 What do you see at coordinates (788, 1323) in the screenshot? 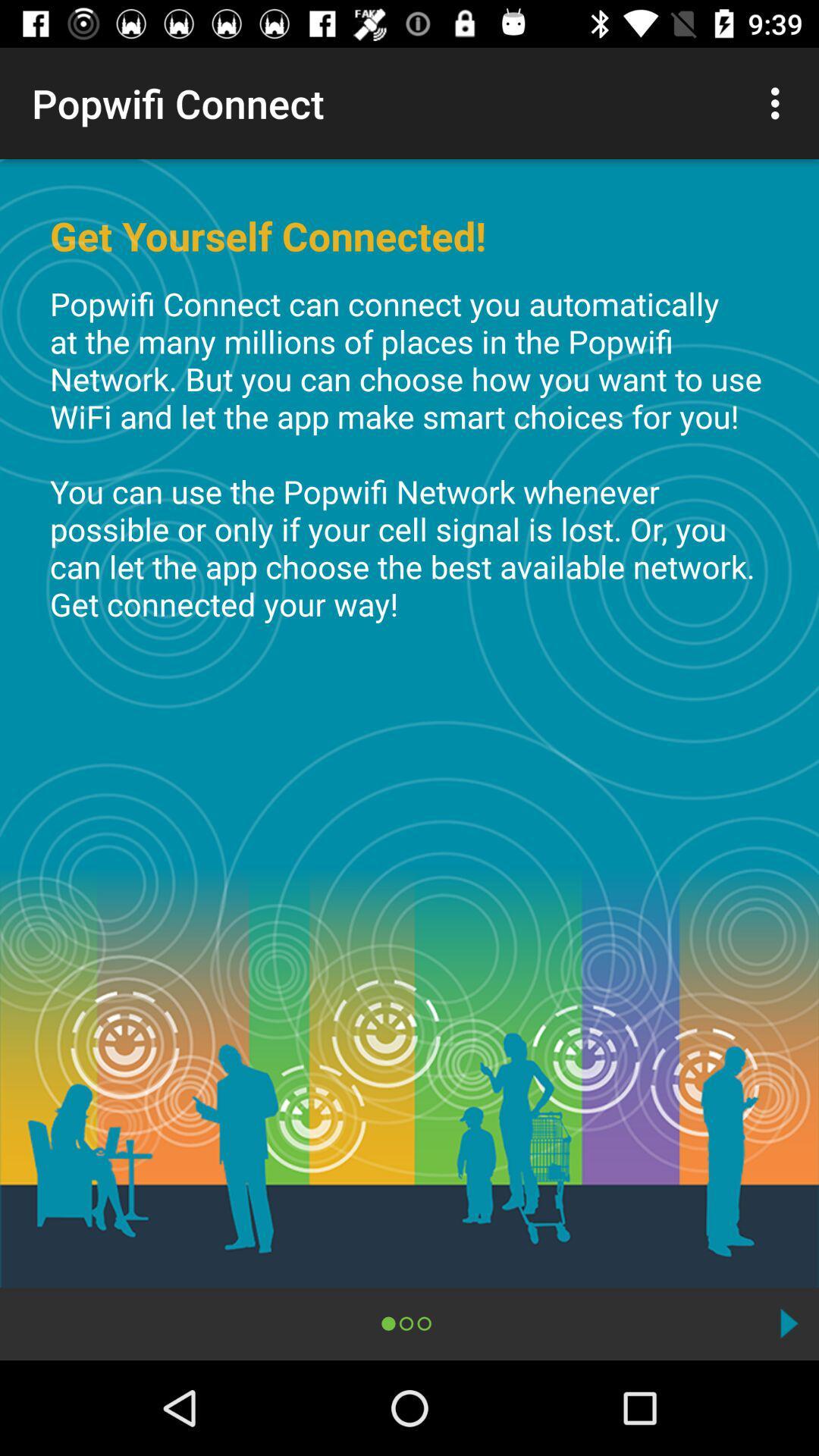
I see `next` at bounding box center [788, 1323].